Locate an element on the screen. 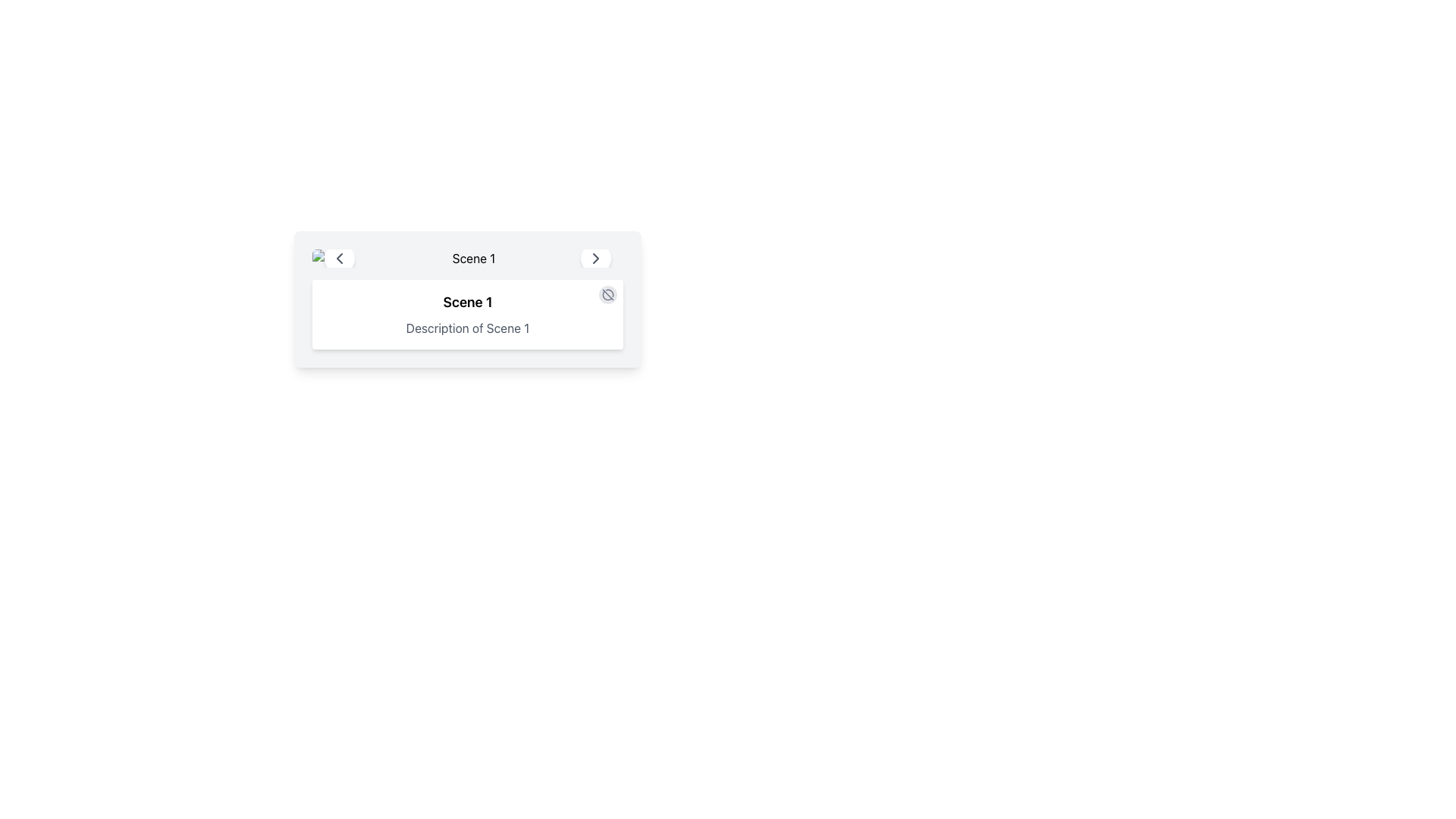 This screenshot has width=1456, height=819. the Text Block containing the bold text 'Scene 1' and subtext 'Description of Scene 1', which has a soft gray background and rounded corners is located at coordinates (467, 299).